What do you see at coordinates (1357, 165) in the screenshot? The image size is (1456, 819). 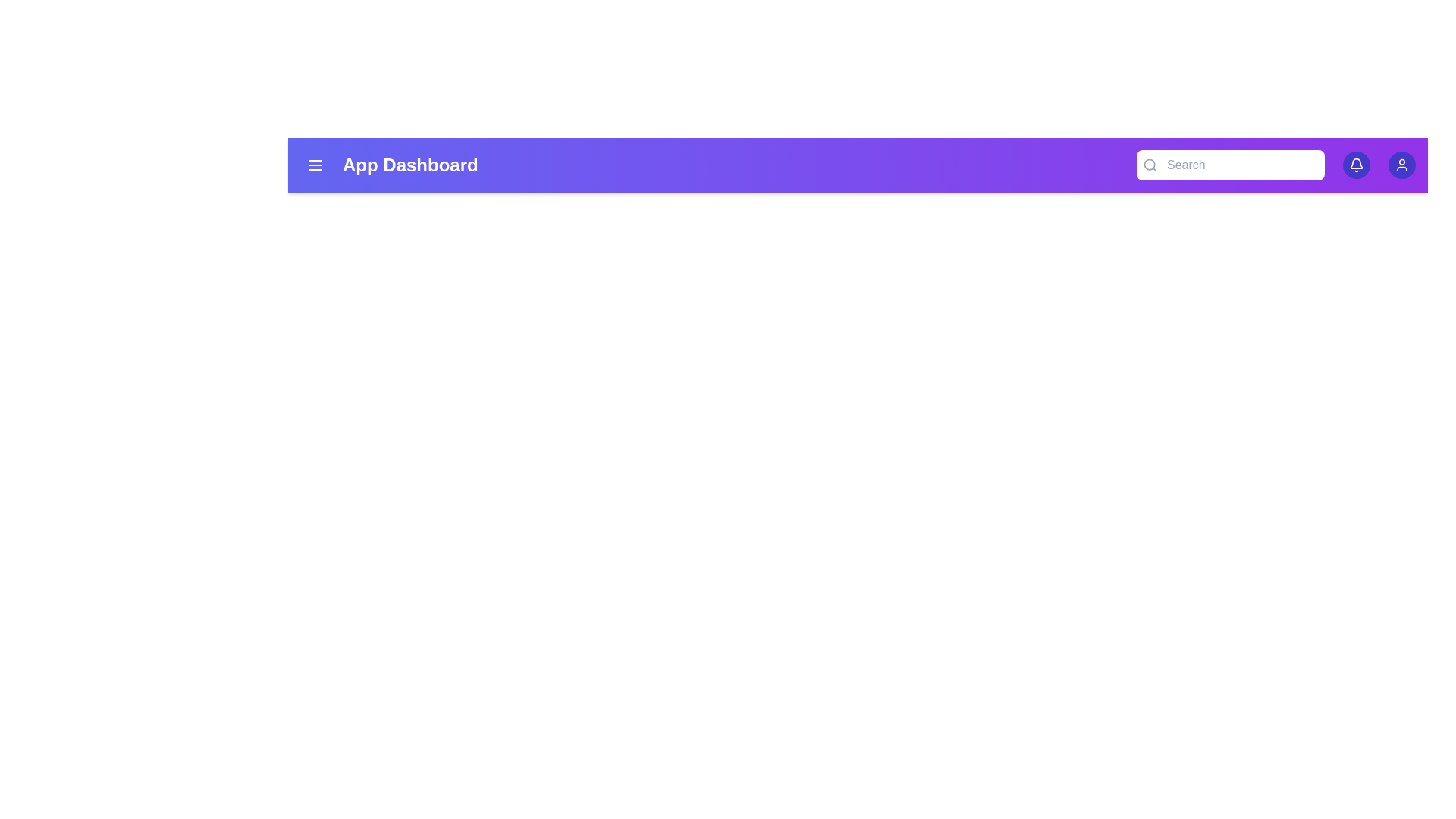 I see `bell icon to view notifications` at bounding box center [1357, 165].